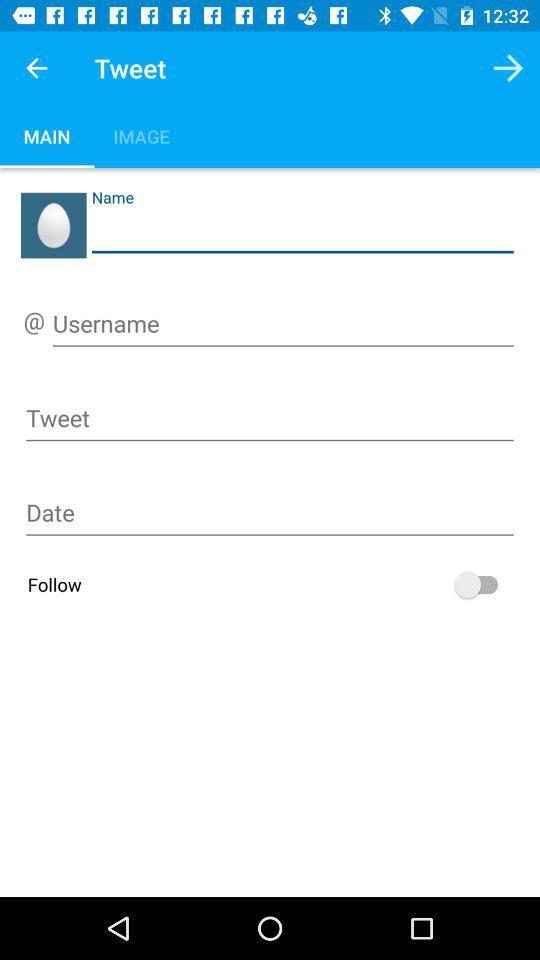 The width and height of the screenshot is (540, 960). Describe the element at coordinates (282, 327) in the screenshot. I see `the username` at that location.